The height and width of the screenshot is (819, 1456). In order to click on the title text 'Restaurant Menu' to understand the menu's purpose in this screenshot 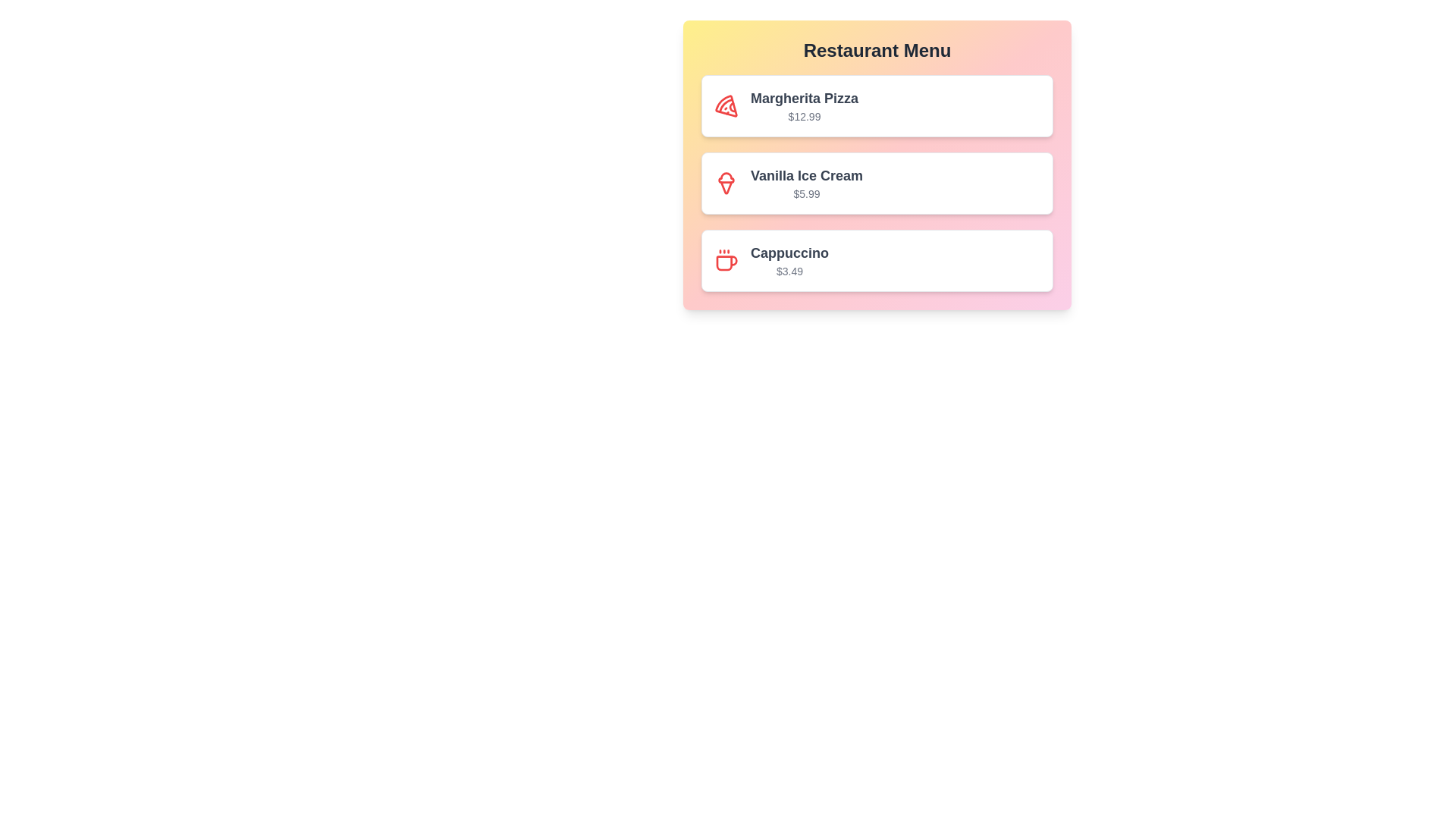, I will do `click(877, 49)`.